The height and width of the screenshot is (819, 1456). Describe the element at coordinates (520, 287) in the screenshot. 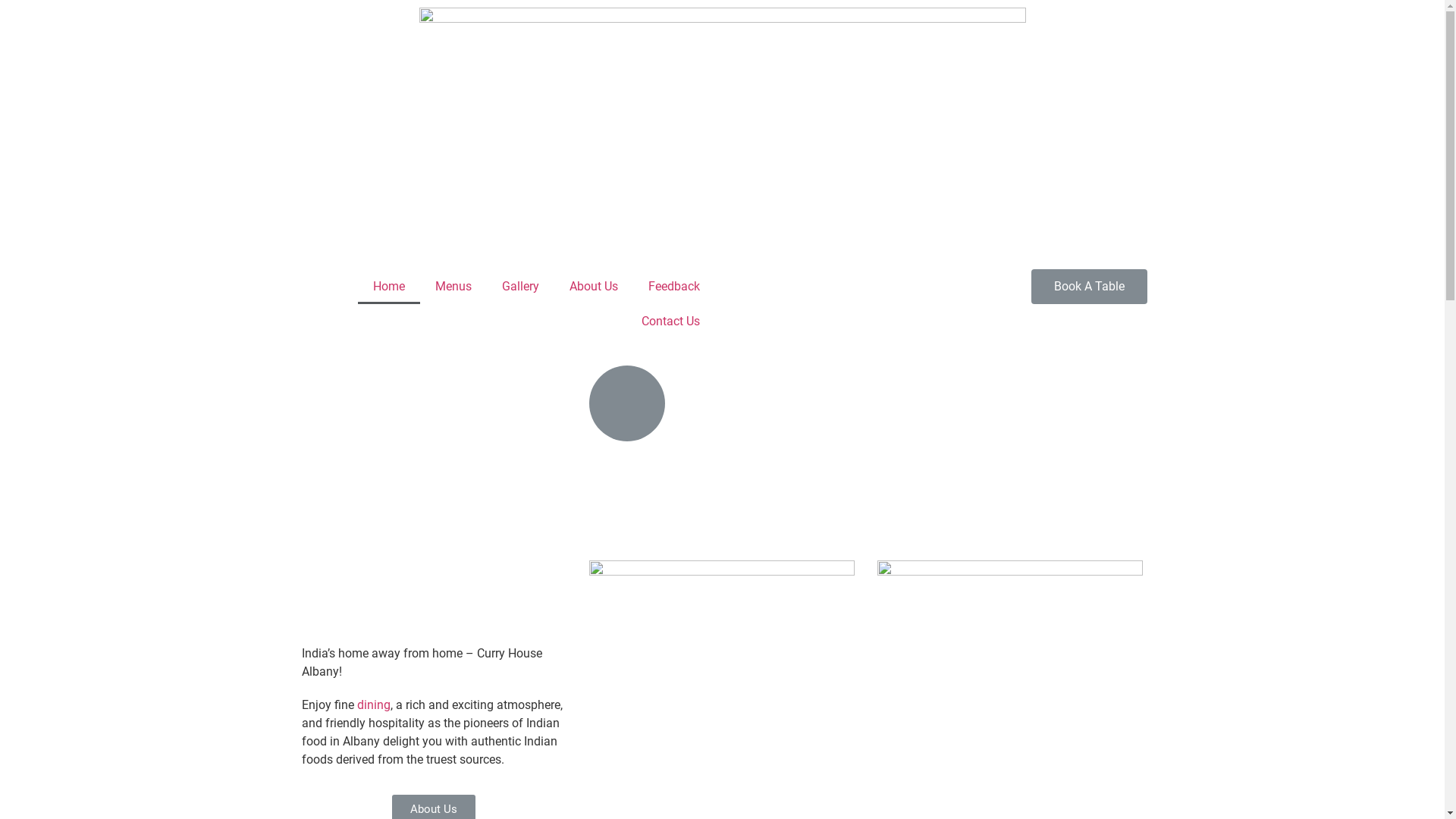

I see `'Gallery'` at that location.